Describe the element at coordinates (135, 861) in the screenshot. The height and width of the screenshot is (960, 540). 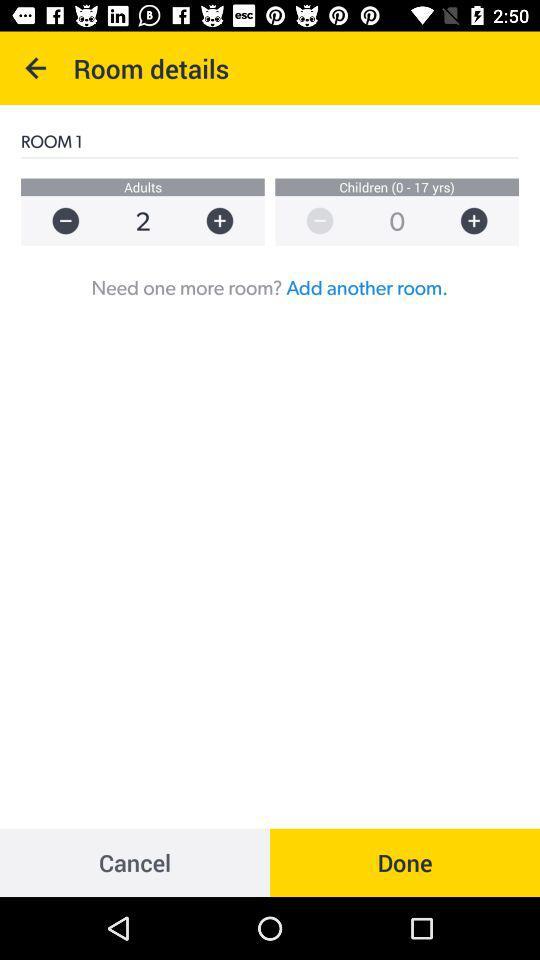
I see `cancel` at that location.